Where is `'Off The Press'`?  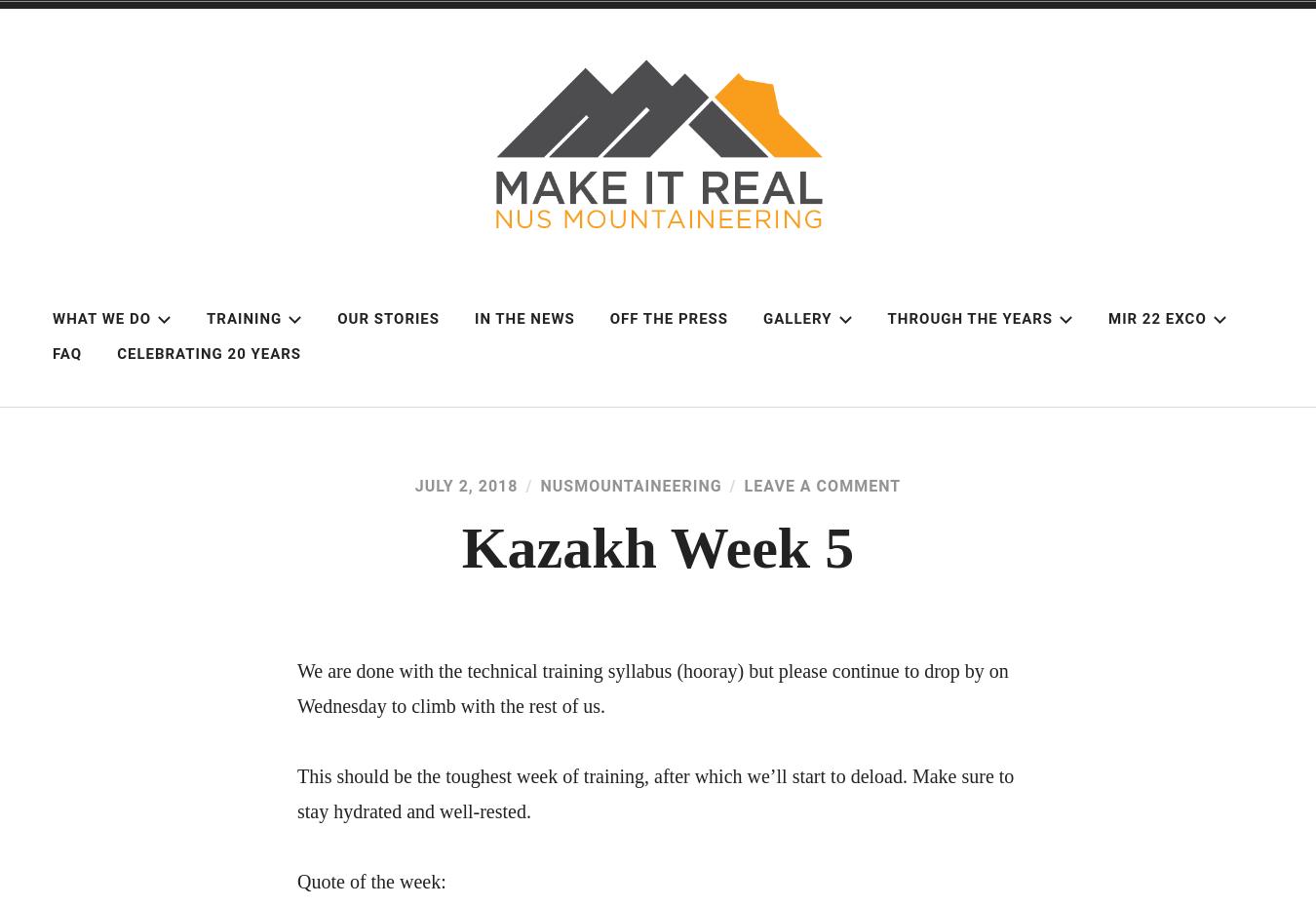 'Off The Press' is located at coordinates (609, 317).